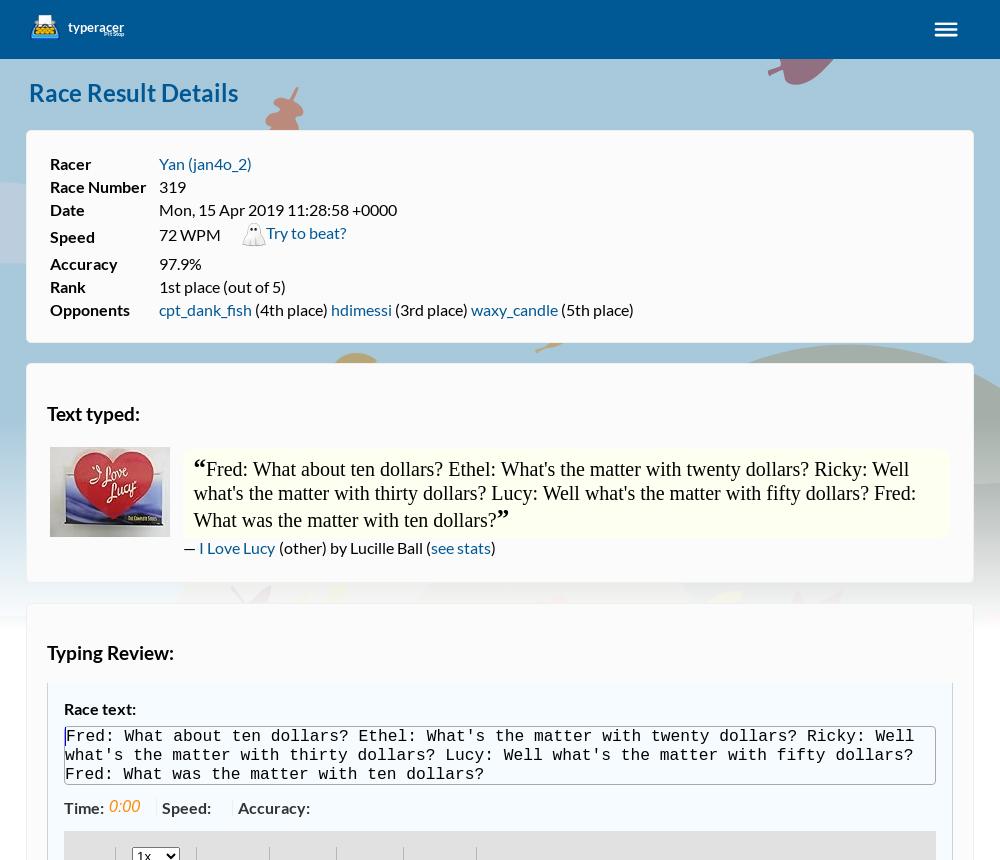  What do you see at coordinates (204, 162) in the screenshot?
I see `'Yan (jan4o_2)'` at bounding box center [204, 162].